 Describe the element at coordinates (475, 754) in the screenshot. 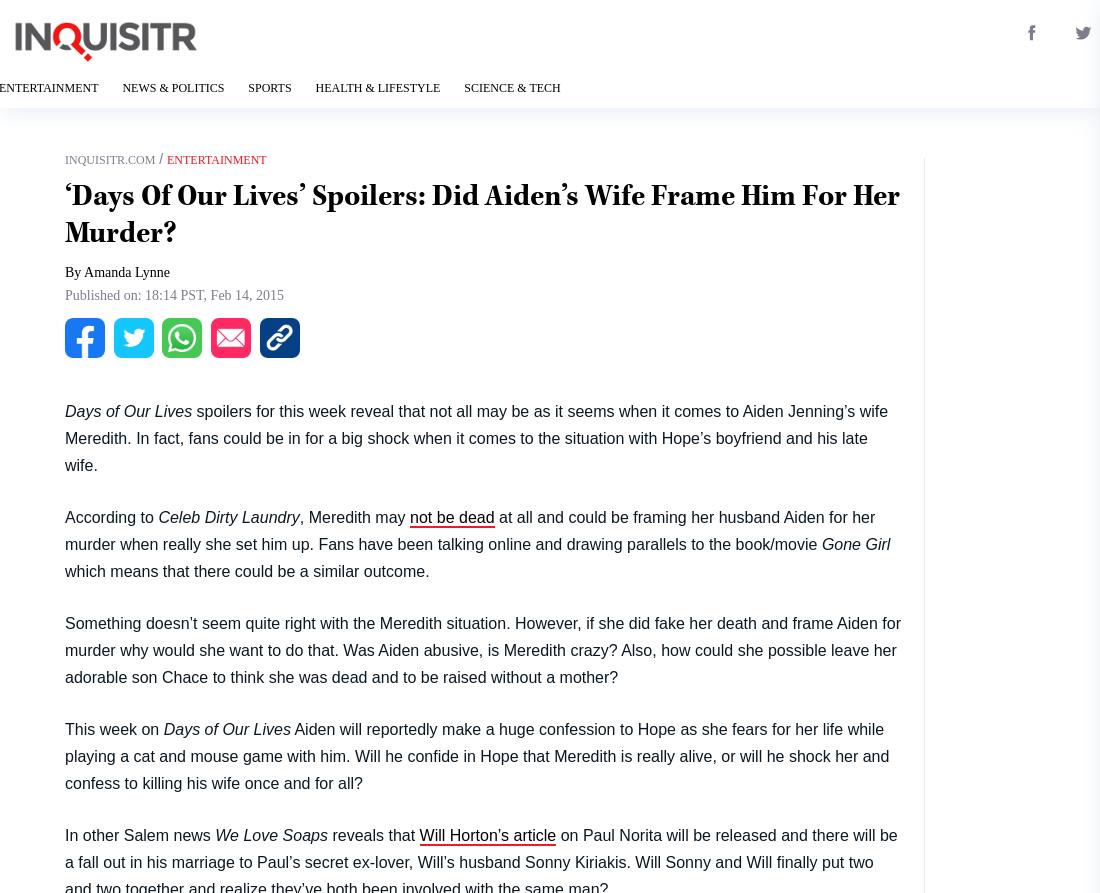

I see `'Aiden will reportedly make a huge confession to Hope as she fears for her life while playing a cat and mouse game with him. Will he confide in Hope that Meredith is really alive, or will he shock her and confess to killing his wife once and for all?'` at that location.